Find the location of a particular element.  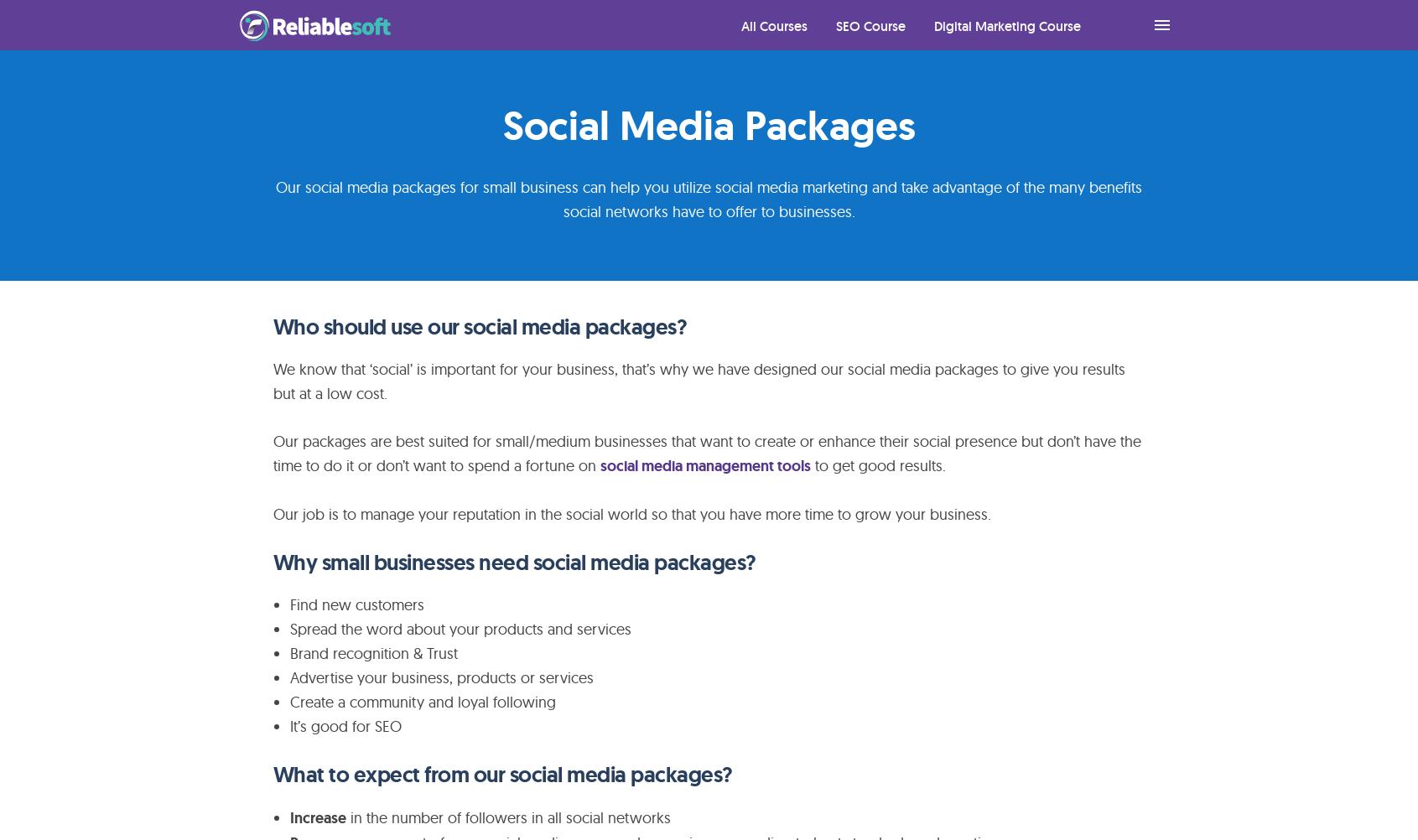

'Our packages are best suited for small/medium businesses that want to create or enhance their social presence but don’t have the time to do it or don’t want to spend a fortune on' is located at coordinates (705, 453).